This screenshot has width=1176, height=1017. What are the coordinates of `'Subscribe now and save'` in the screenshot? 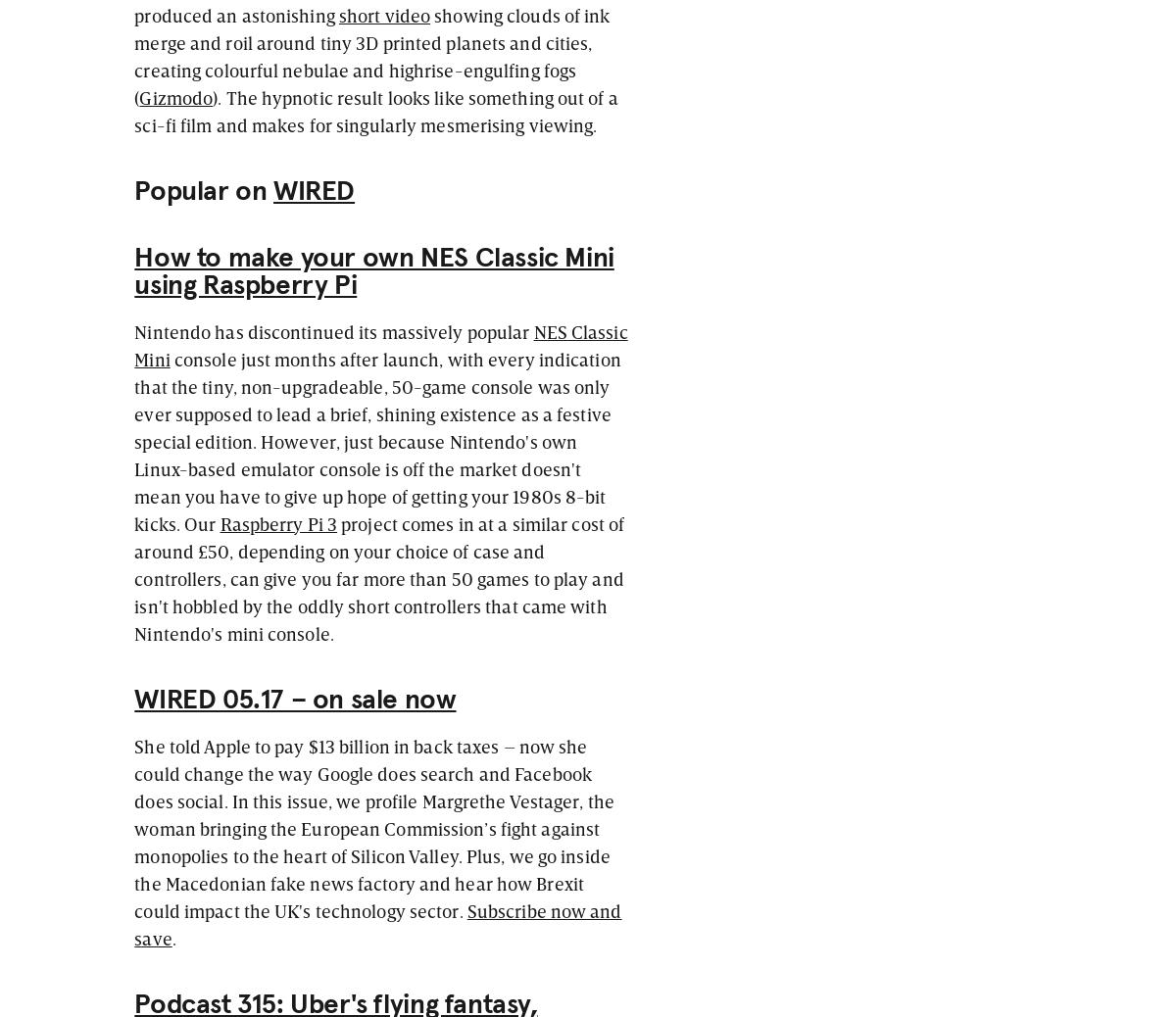 It's located at (377, 923).